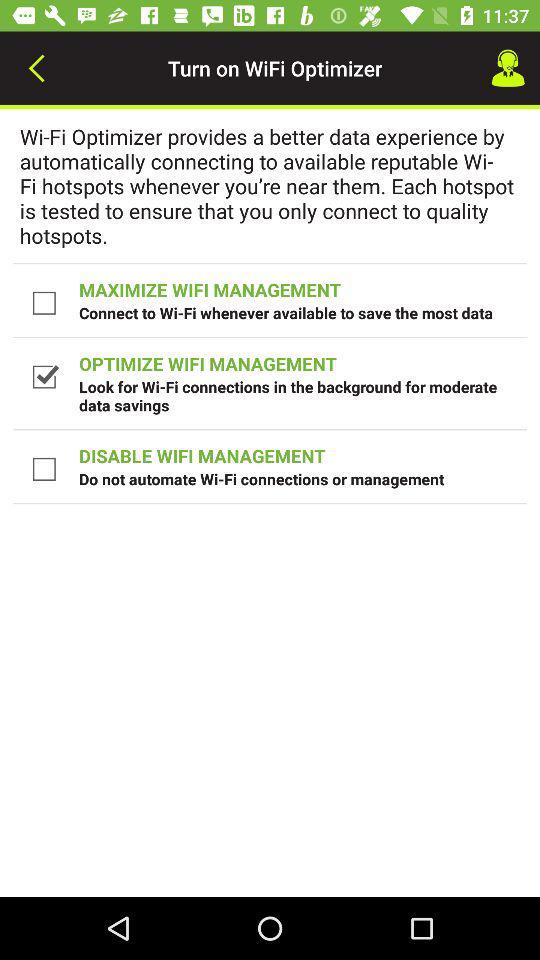 The image size is (540, 960). Describe the element at coordinates (508, 68) in the screenshot. I see `icon next to the turn on wifi icon` at that location.